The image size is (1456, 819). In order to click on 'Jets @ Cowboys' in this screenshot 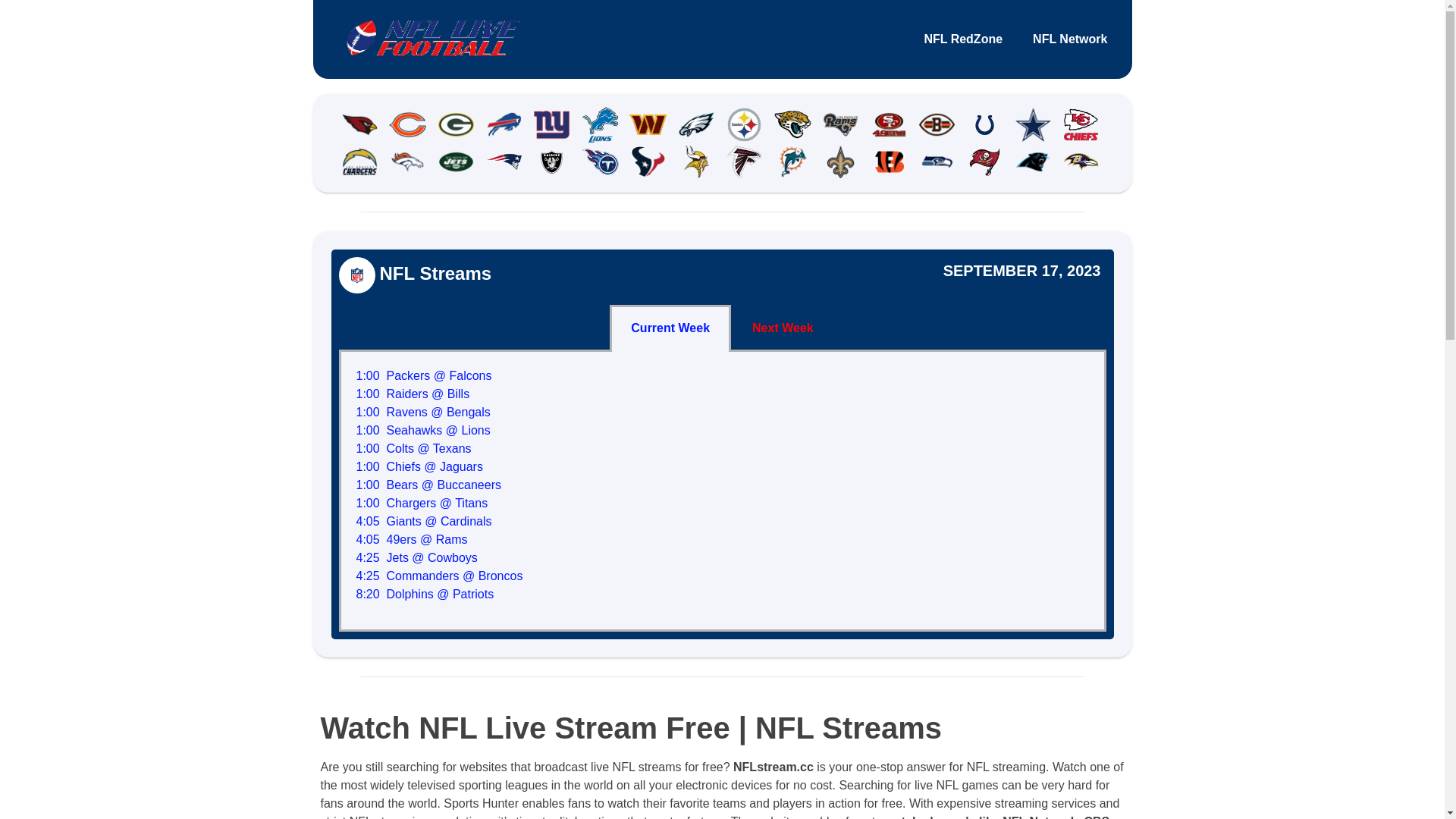, I will do `click(431, 557)`.